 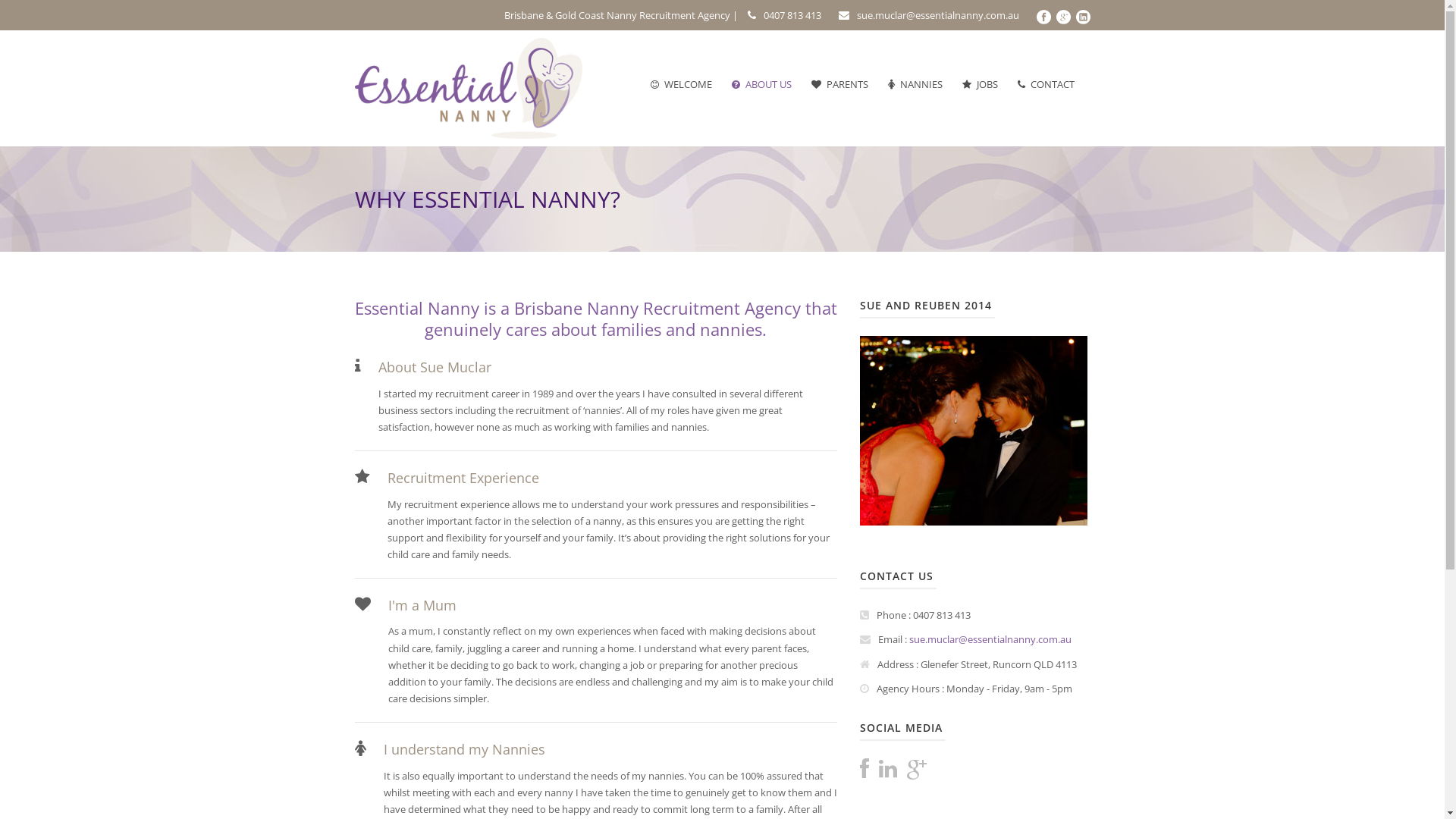 What do you see at coordinates (914, 84) in the screenshot?
I see `'NANNIES'` at bounding box center [914, 84].